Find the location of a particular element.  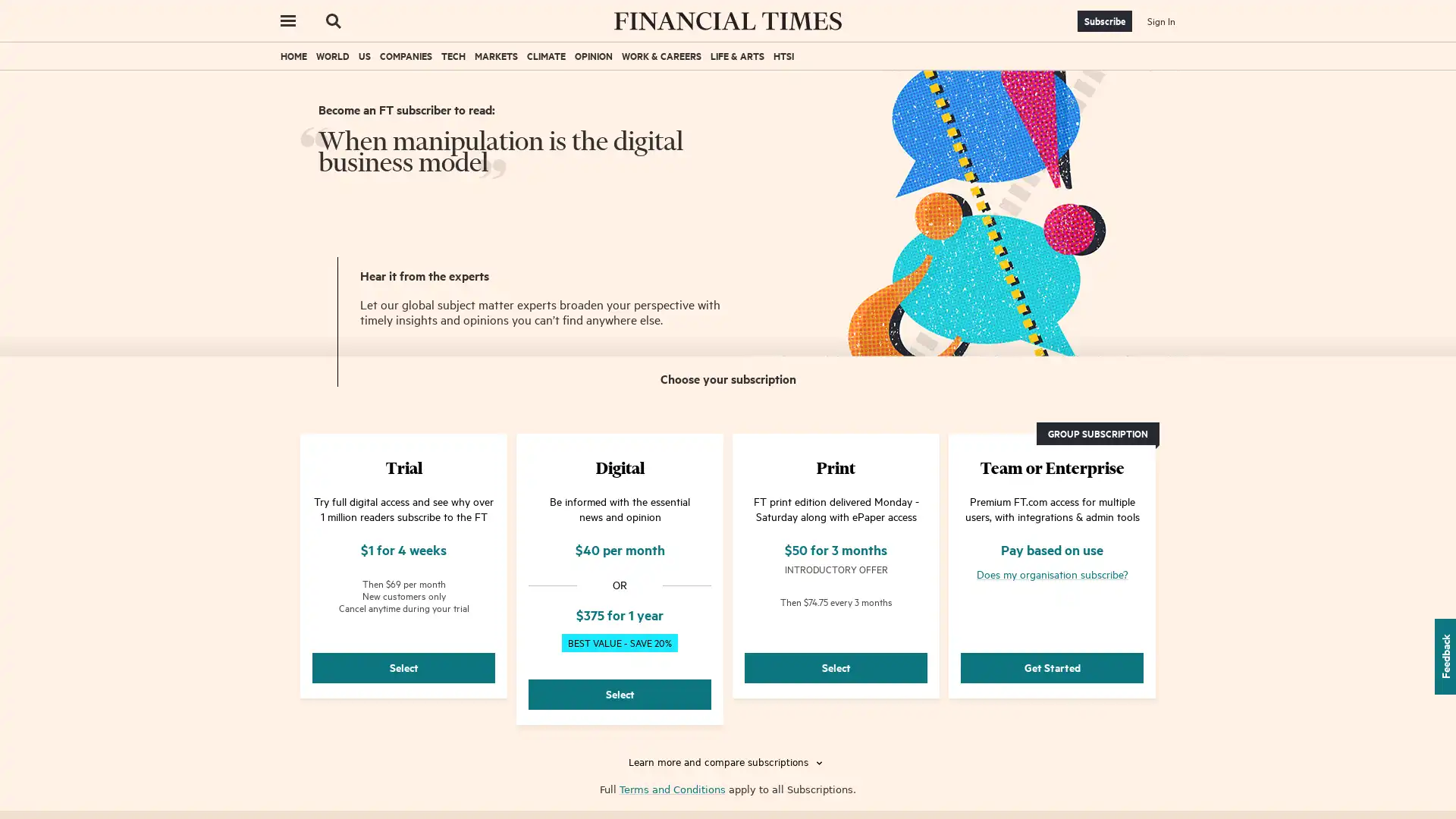

Learn more and compare subscriptions content expands above is located at coordinates (728, 763).